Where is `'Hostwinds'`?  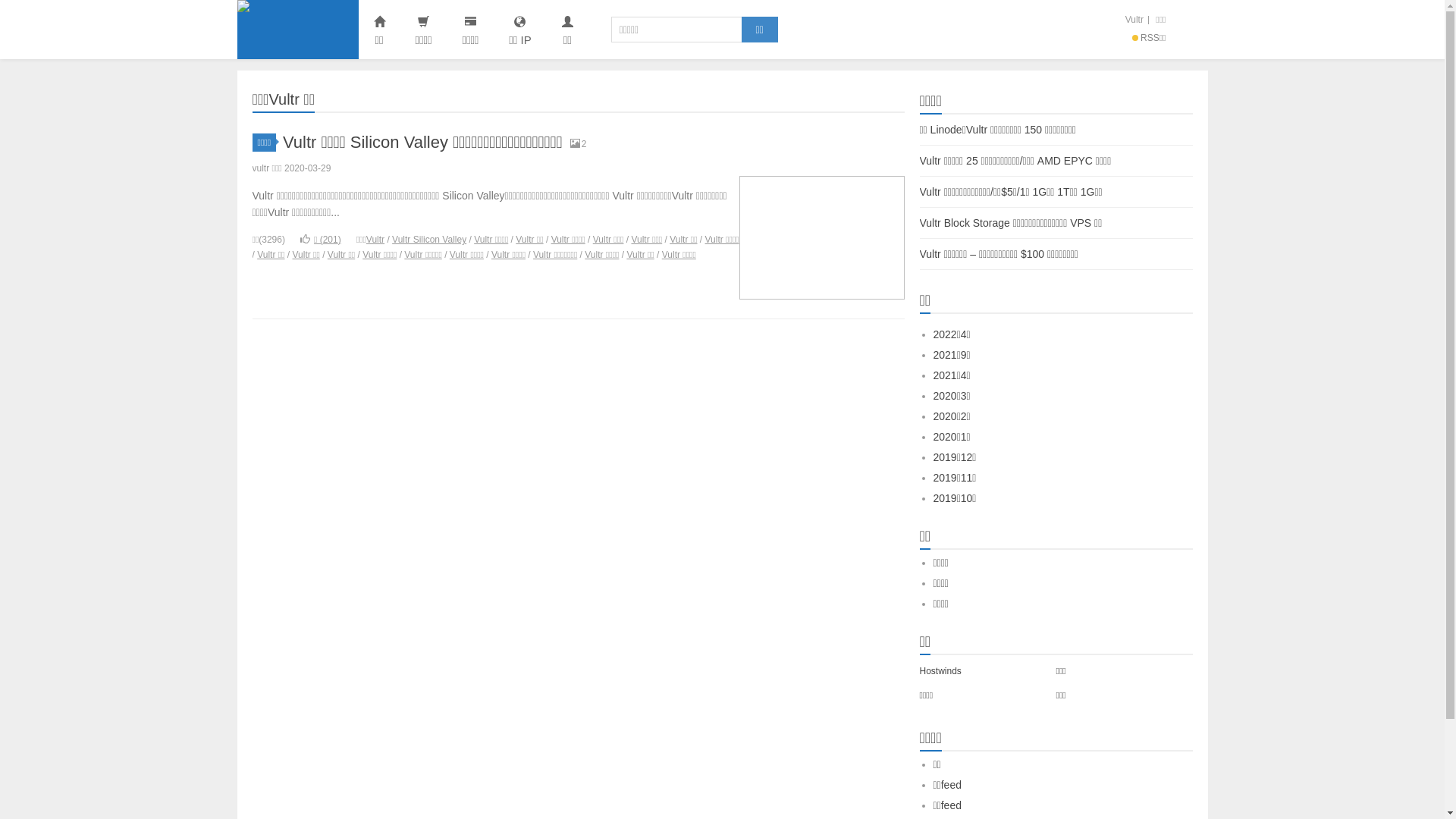 'Hostwinds' is located at coordinates (939, 670).